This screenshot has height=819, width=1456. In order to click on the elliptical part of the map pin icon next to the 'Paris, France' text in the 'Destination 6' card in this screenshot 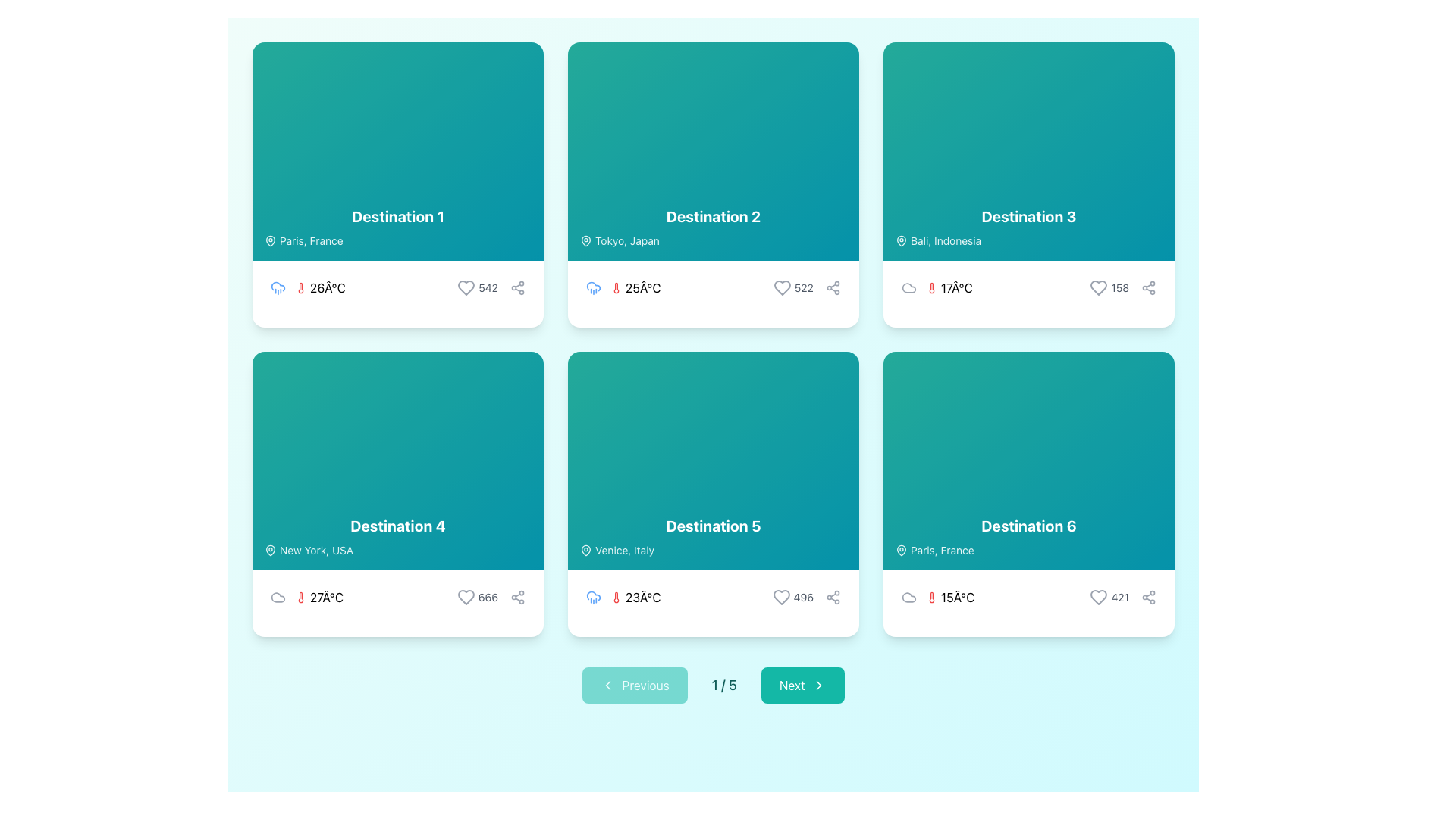, I will do `click(902, 550)`.